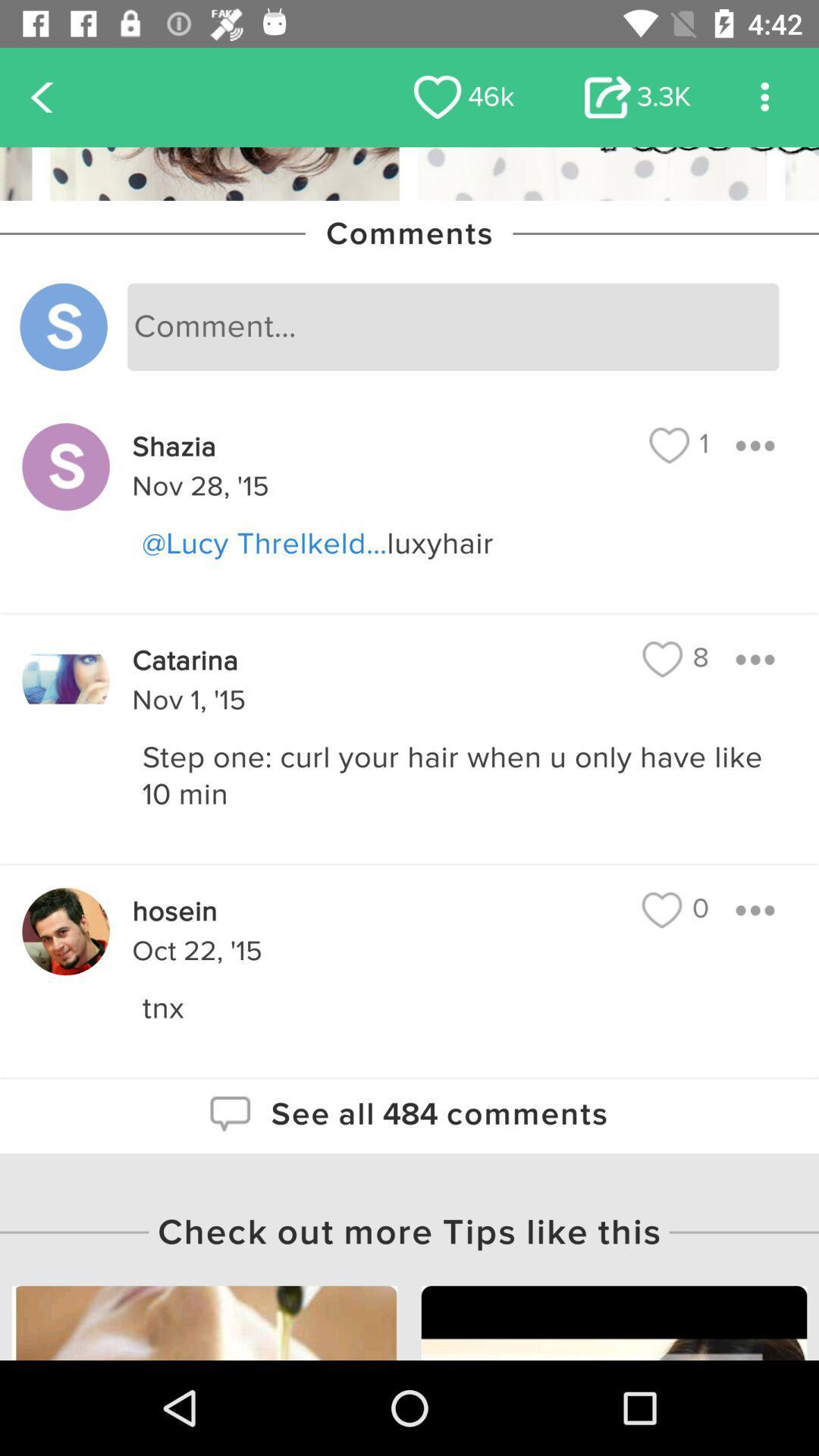 This screenshot has height=1456, width=819. Describe the element at coordinates (452, 326) in the screenshot. I see `comment text box` at that location.